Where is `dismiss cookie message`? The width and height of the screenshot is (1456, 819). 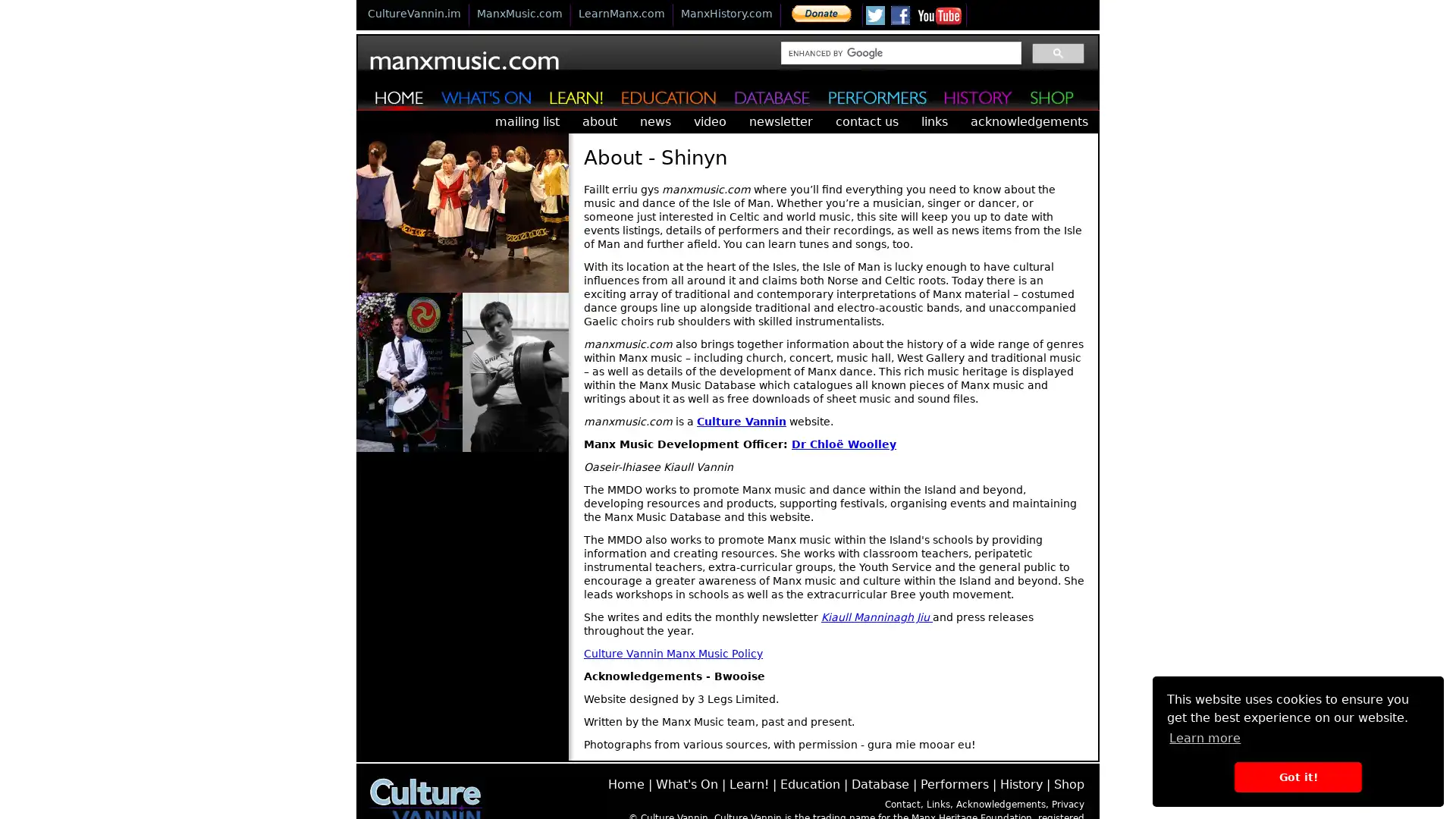
dismiss cookie message is located at coordinates (1297, 777).